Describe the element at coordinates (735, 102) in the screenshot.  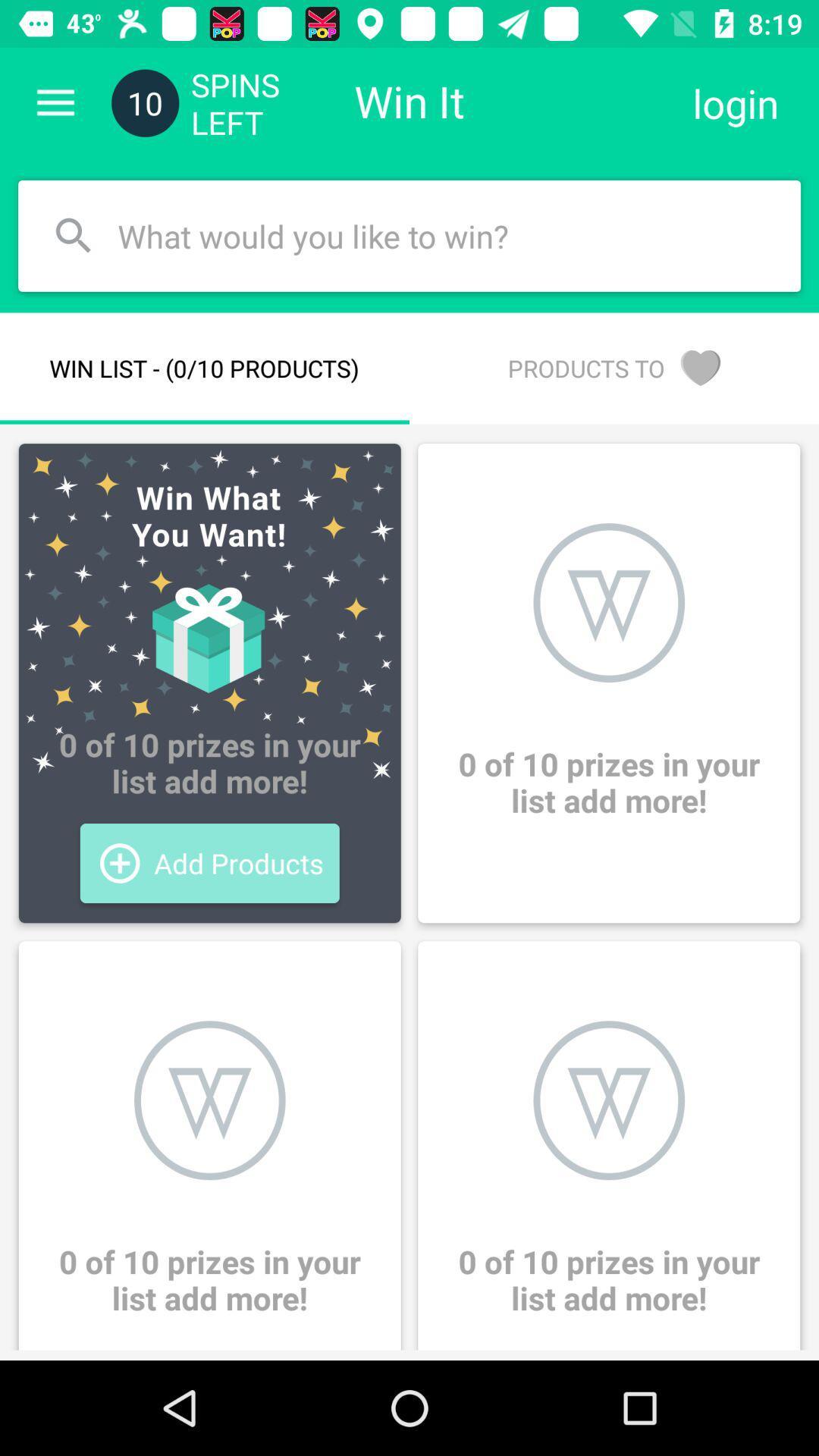
I see `the icon to the right of win it icon` at that location.